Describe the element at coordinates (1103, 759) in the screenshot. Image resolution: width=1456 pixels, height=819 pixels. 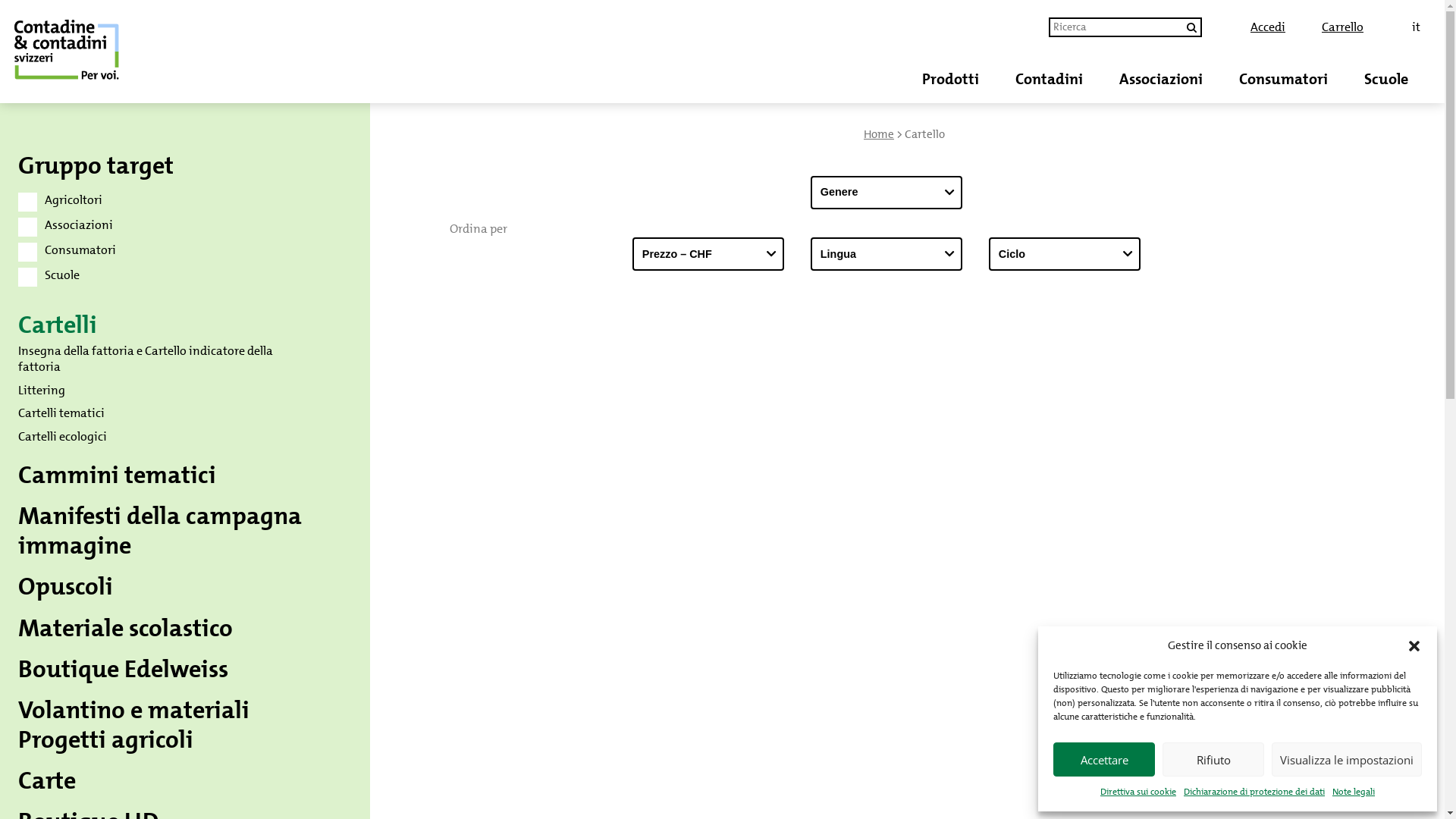
I see `'Accettare'` at that location.